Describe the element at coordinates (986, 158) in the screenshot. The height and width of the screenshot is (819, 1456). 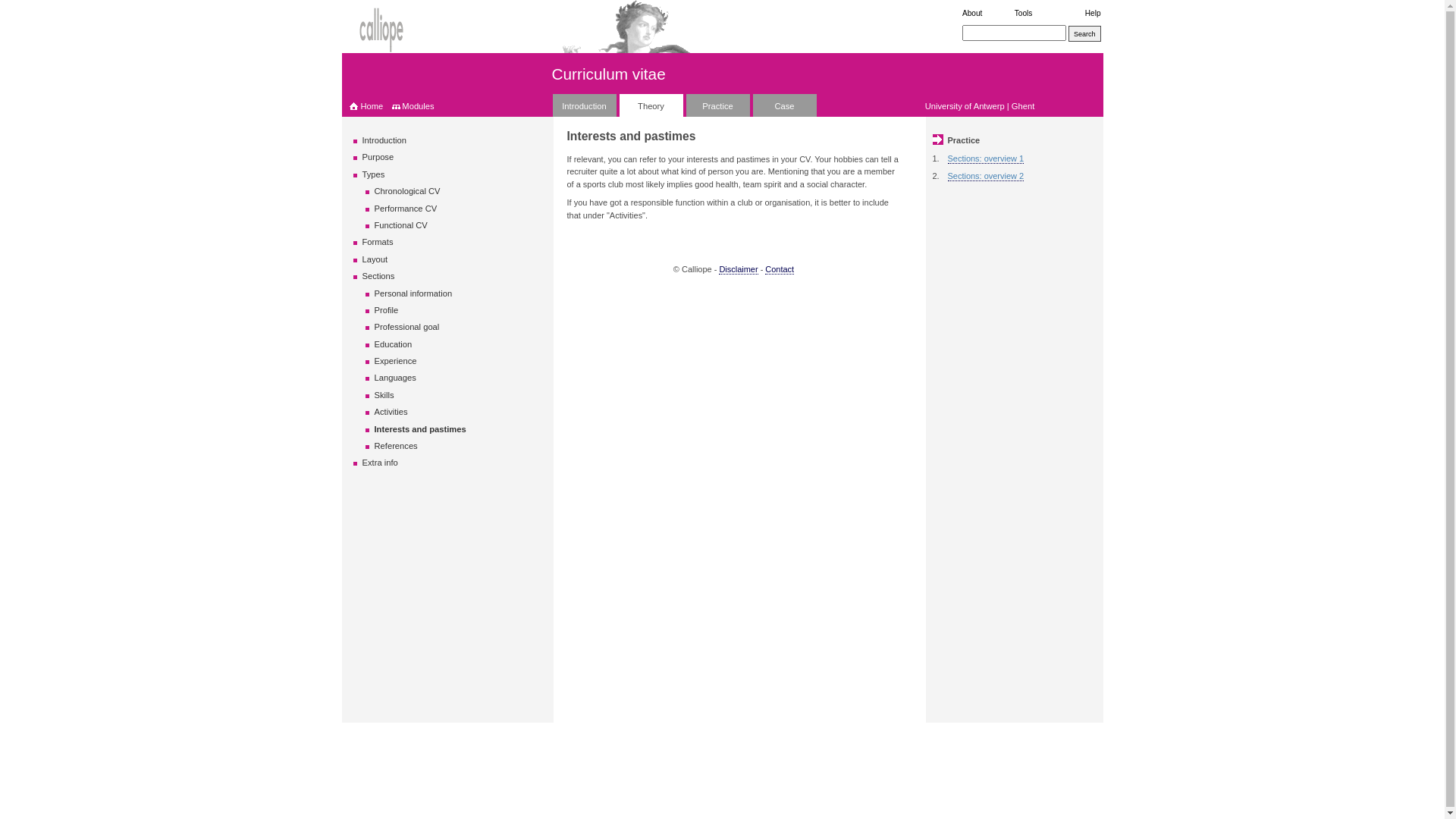
I see `'Sections: overview 1'` at that location.